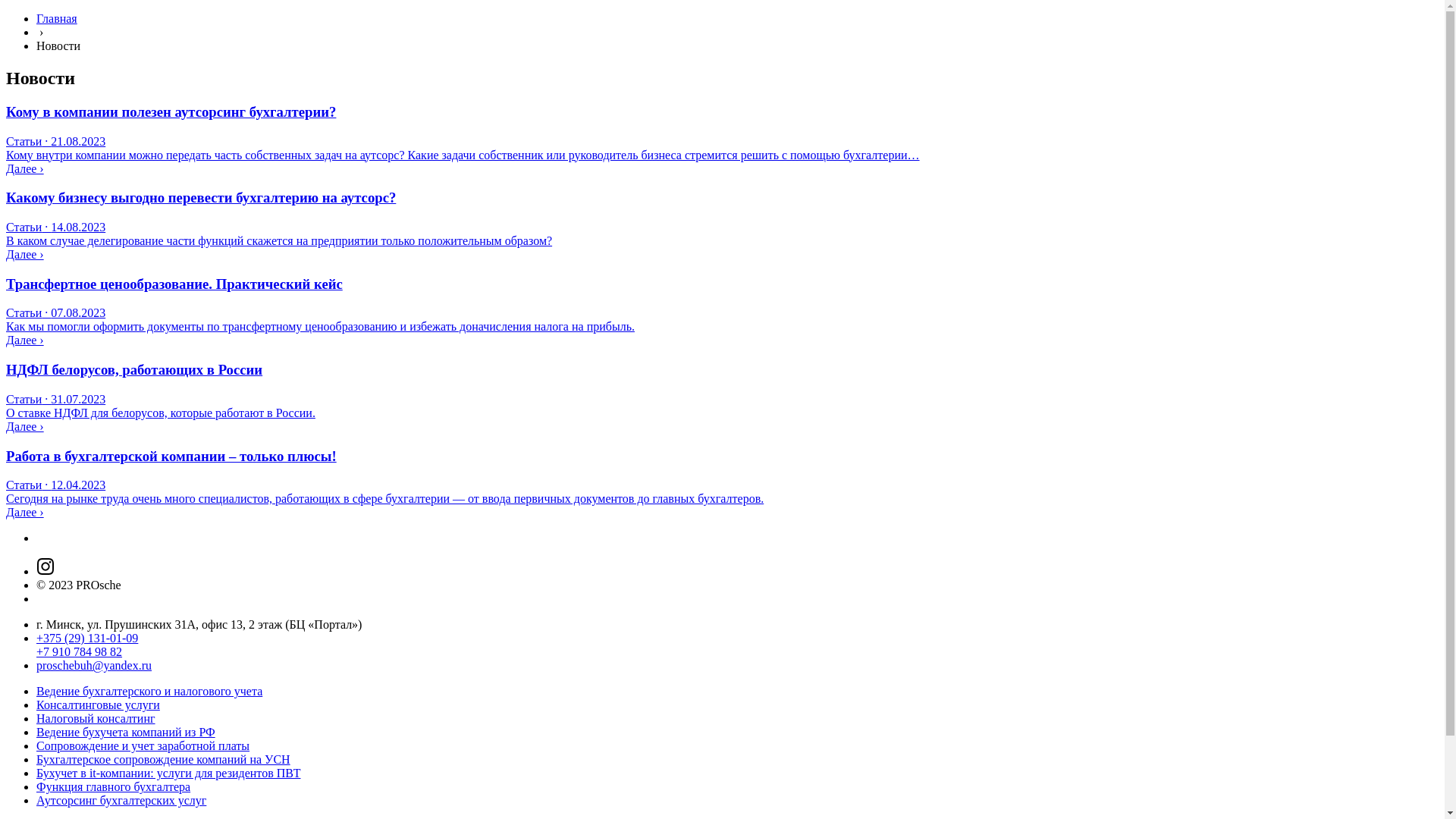 The image size is (1456, 819). Describe the element at coordinates (93, 664) in the screenshot. I see `'proschebuh@yandex.ru'` at that location.